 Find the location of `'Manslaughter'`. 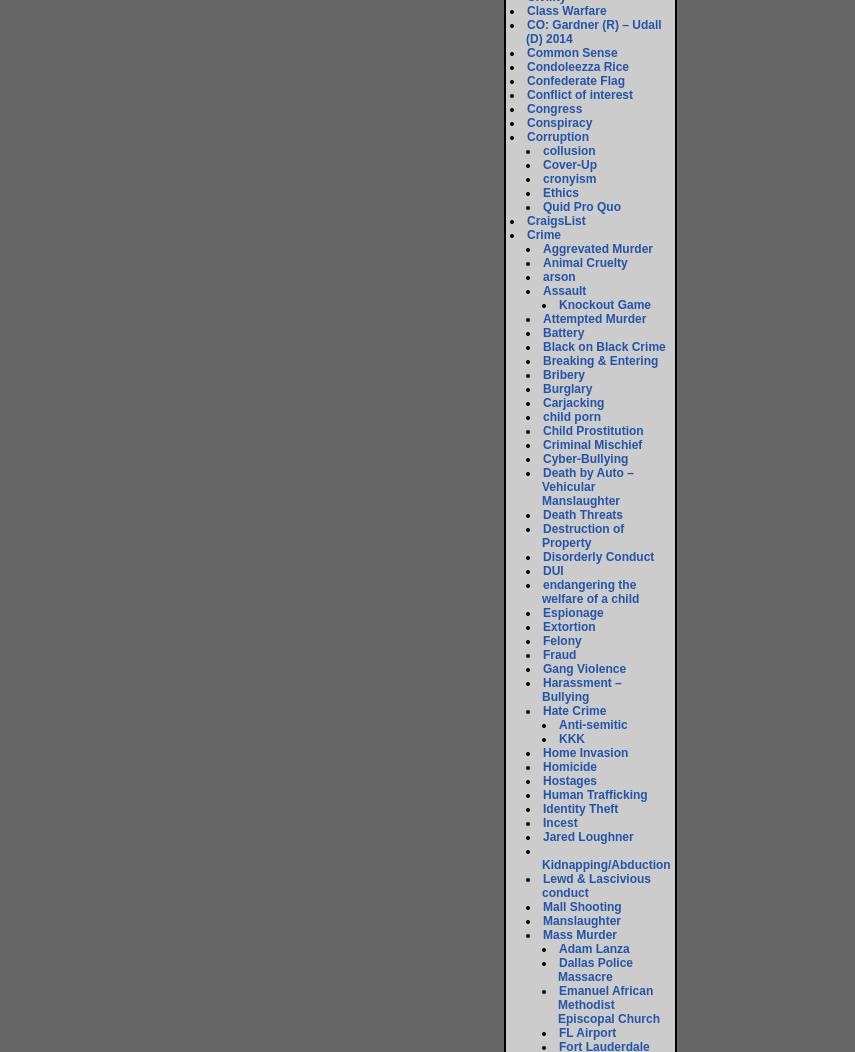

'Manslaughter' is located at coordinates (543, 920).